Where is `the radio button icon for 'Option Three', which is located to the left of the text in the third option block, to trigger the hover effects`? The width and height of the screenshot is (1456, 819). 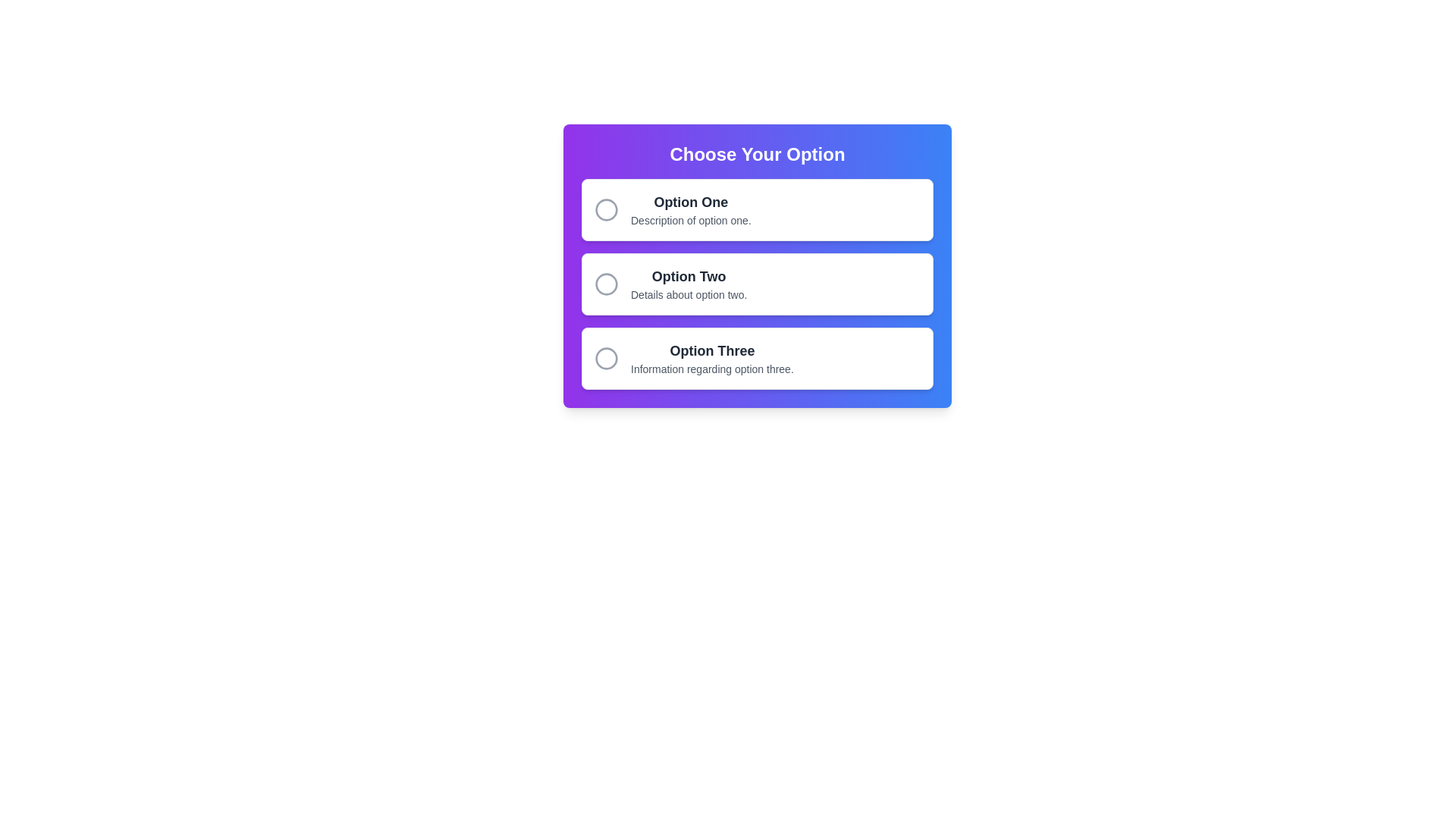 the radio button icon for 'Option Three', which is located to the left of the text in the third option block, to trigger the hover effects is located at coordinates (607, 359).